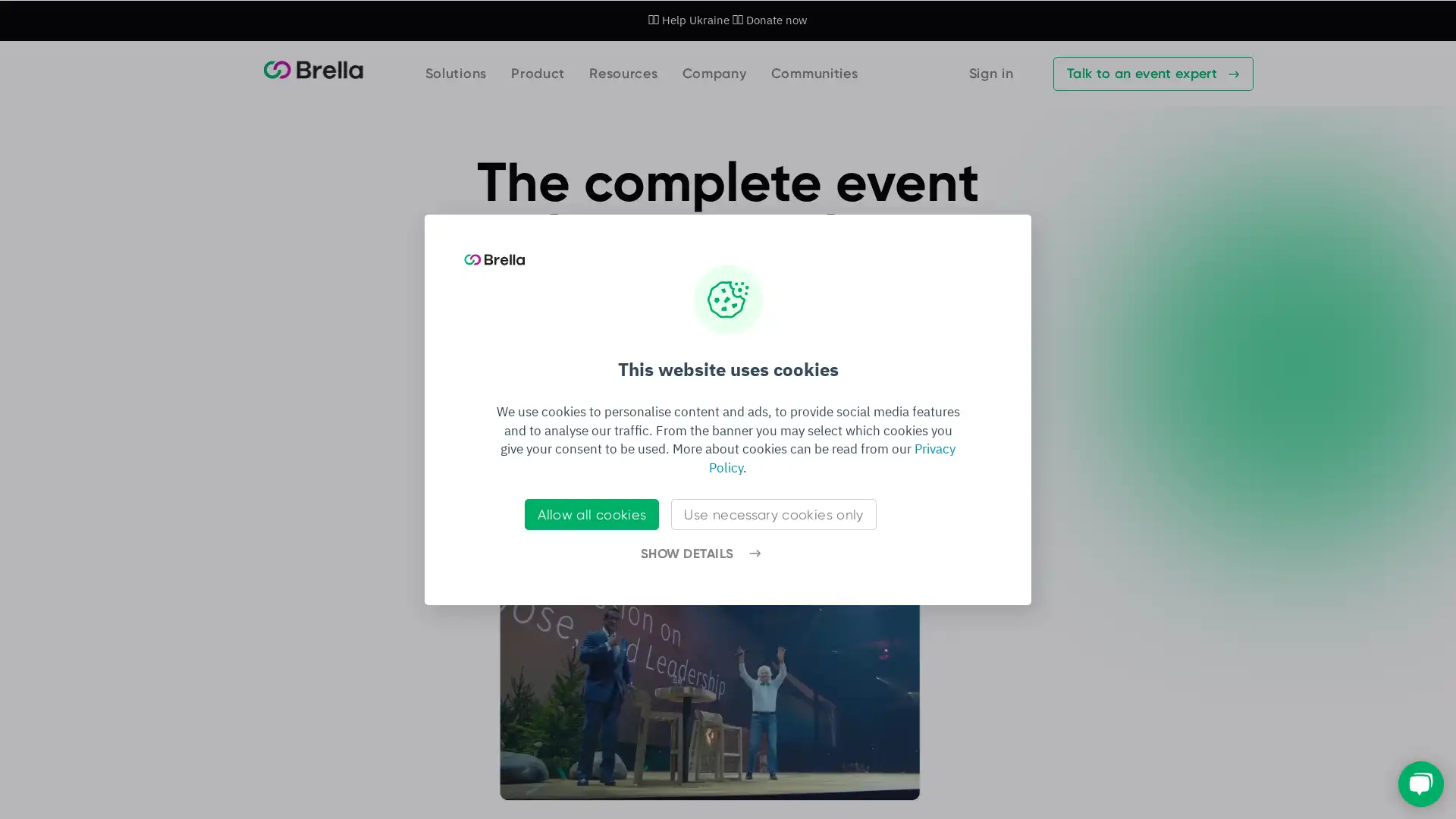  What do you see at coordinates (773, 513) in the screenshot?
I see `Use necessary cookies only` at bounding box center [773, 513].